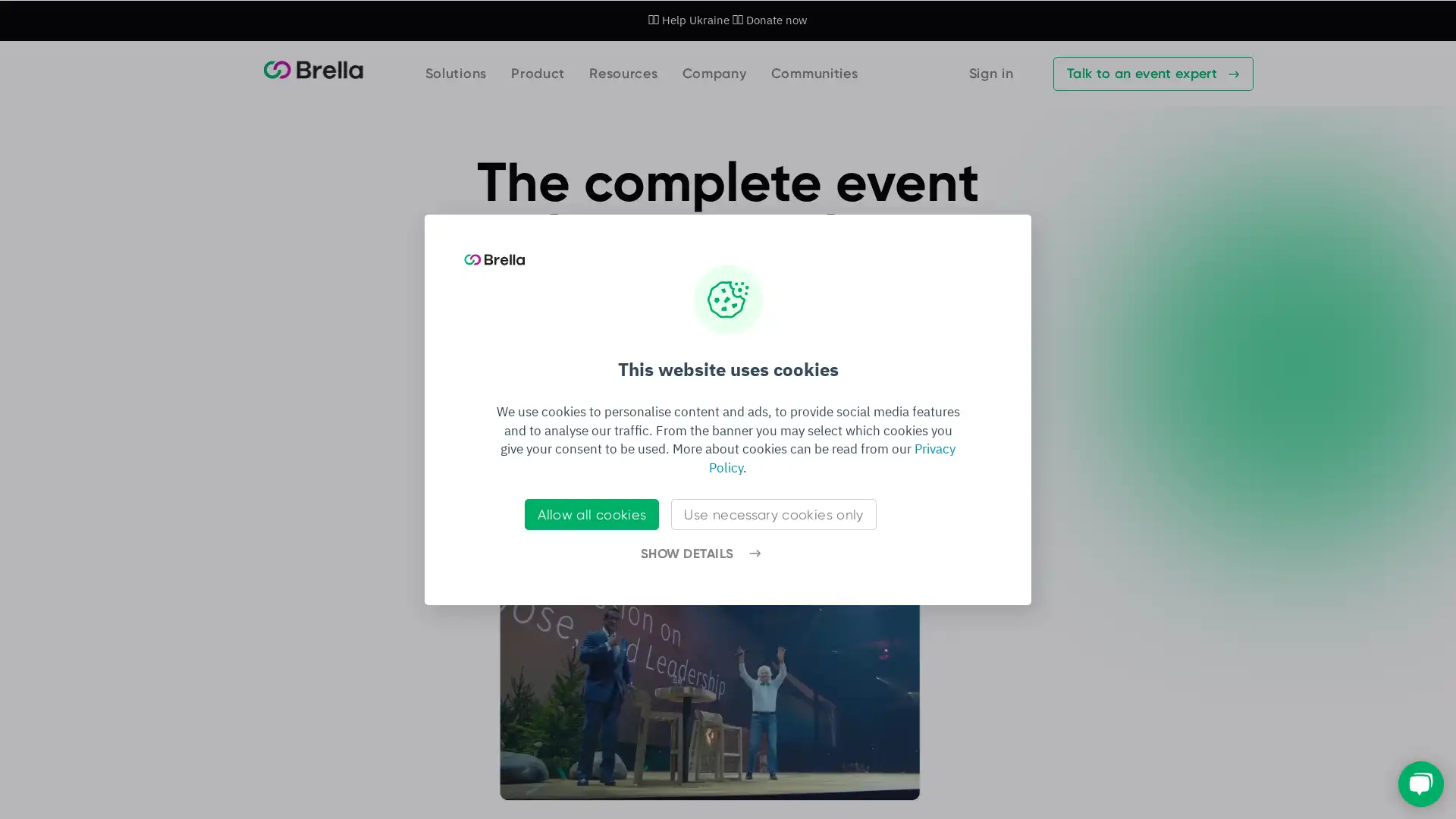  What do you see at coordinates (773, 513) in the screenshot?
I see `Use necessary cookies only` at bounding box center [773, 513].